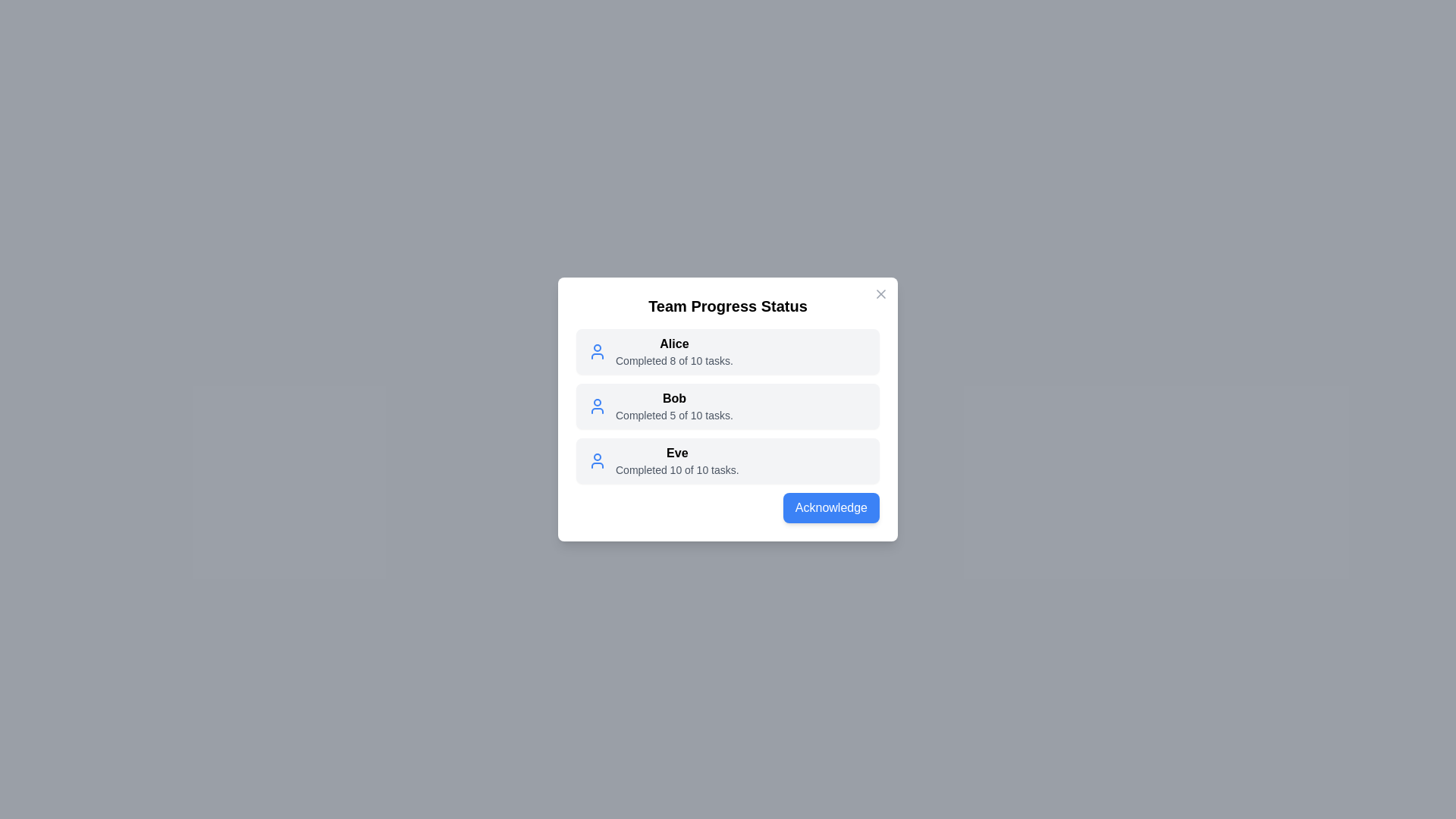 The height and width of the screenshot is (819, 1456). Describe the element at coordinates (728, 351) in the screenshot. I see `the card of the team member Alice` at that location.